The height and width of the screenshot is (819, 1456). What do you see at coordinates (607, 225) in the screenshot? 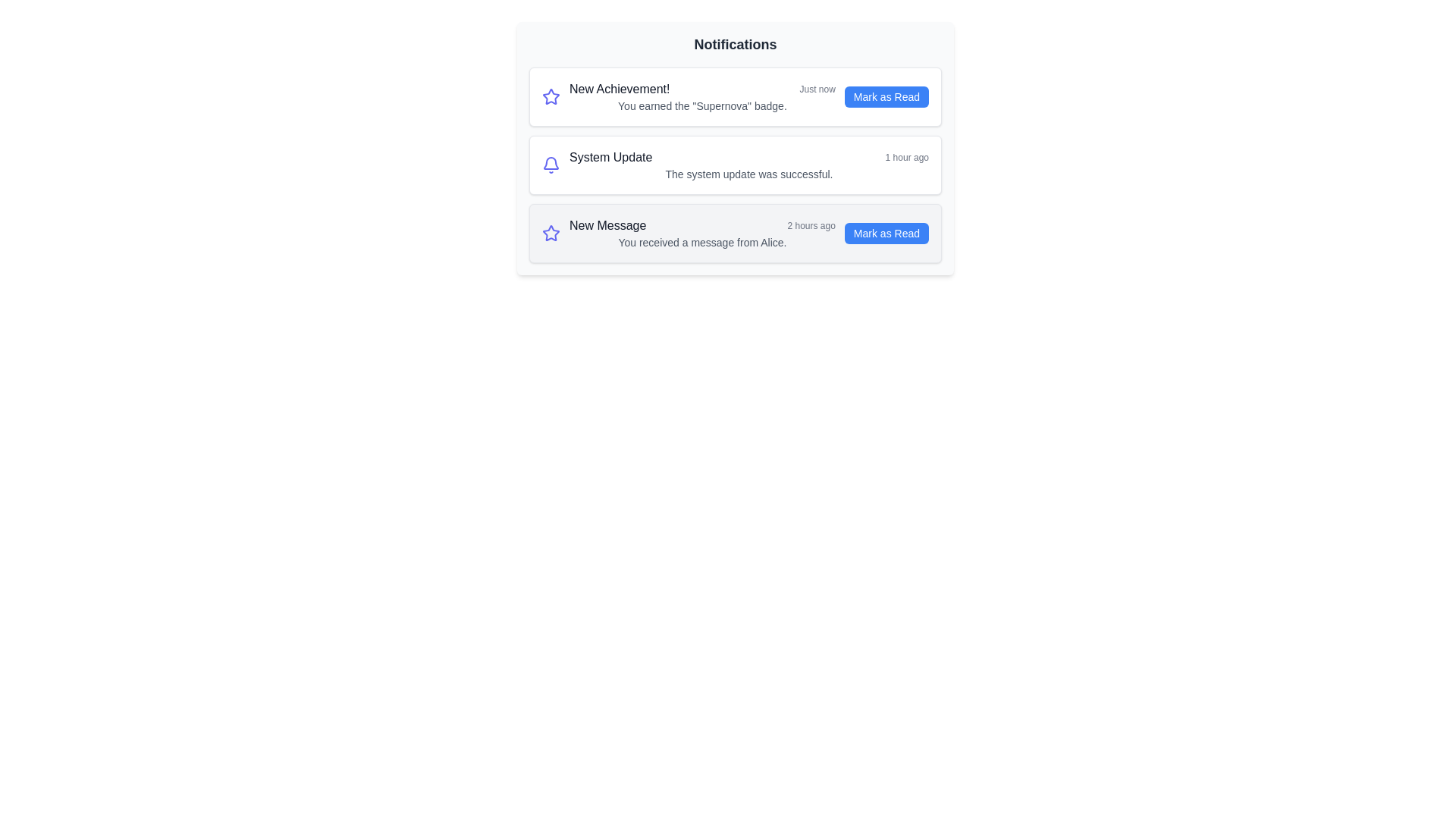
I see `the 'New Message' text label, which is styled with a medium font weight and gray-black color, located centrally in the lower section of a notification card, before the timestamp text` at bounding box center [607, 225].